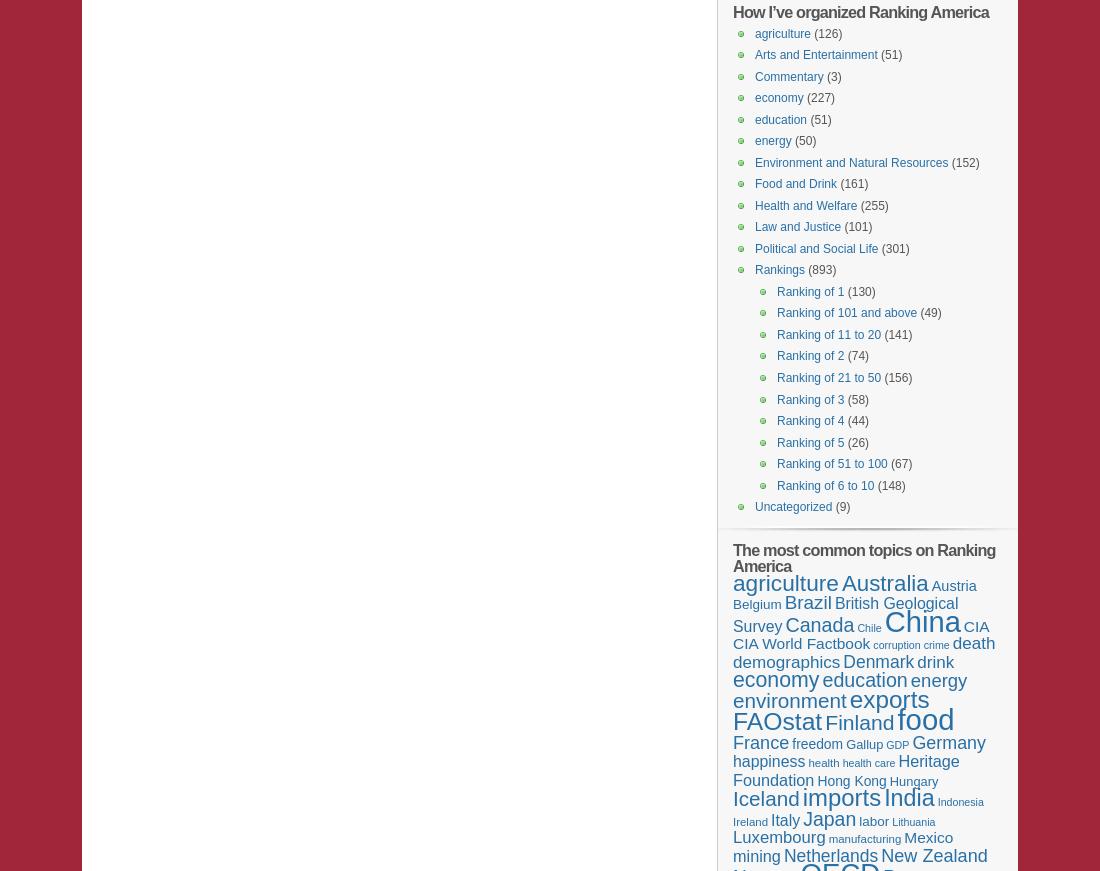 The image size is (1100, 871). Describe the element at coordinates (823, 762) in the screenshot. I see `'health'` at that location.